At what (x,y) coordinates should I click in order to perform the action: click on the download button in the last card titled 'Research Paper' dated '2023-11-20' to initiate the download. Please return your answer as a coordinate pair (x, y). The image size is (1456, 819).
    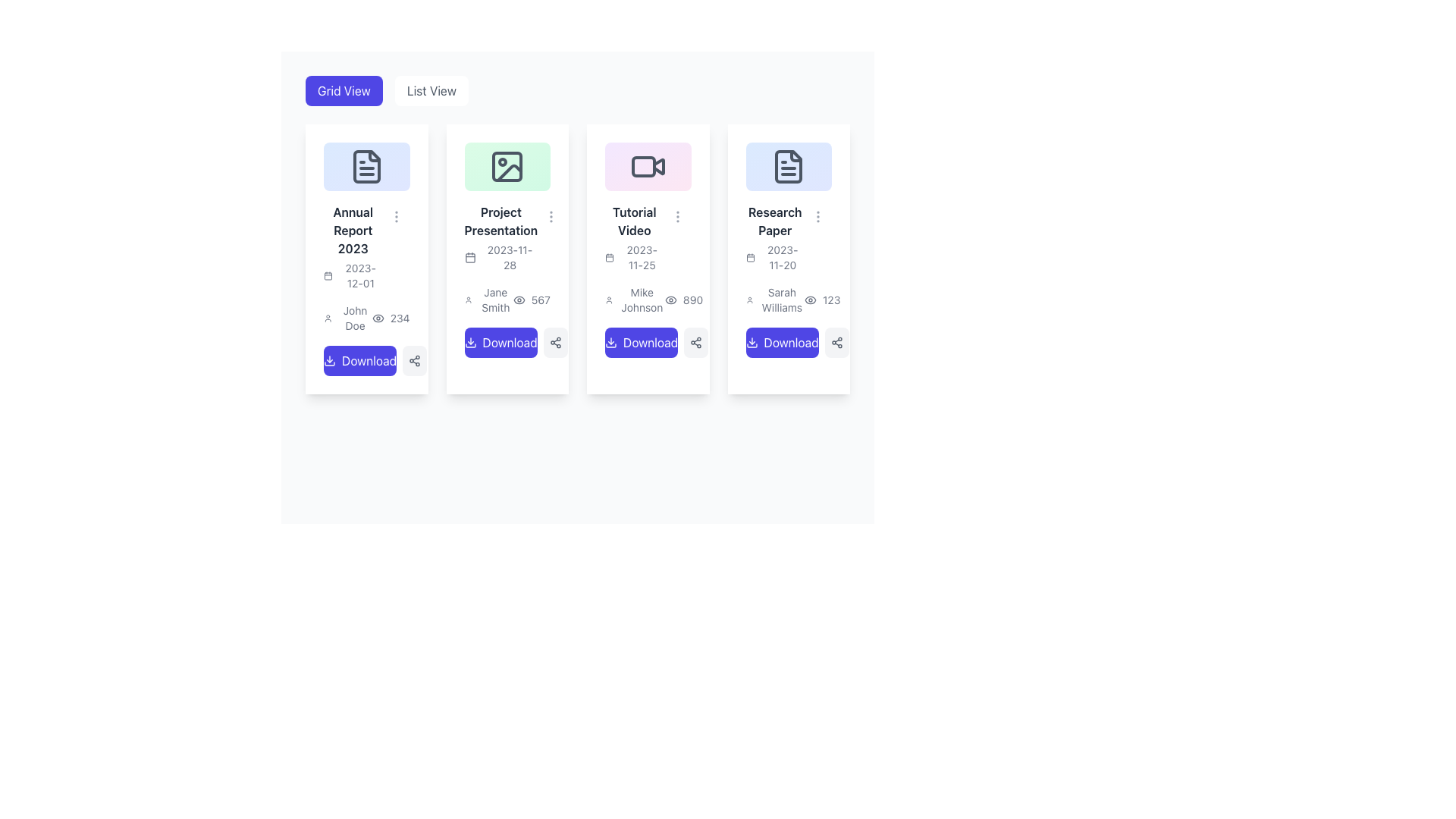
    Looking at the image, I should click on (782, 342).